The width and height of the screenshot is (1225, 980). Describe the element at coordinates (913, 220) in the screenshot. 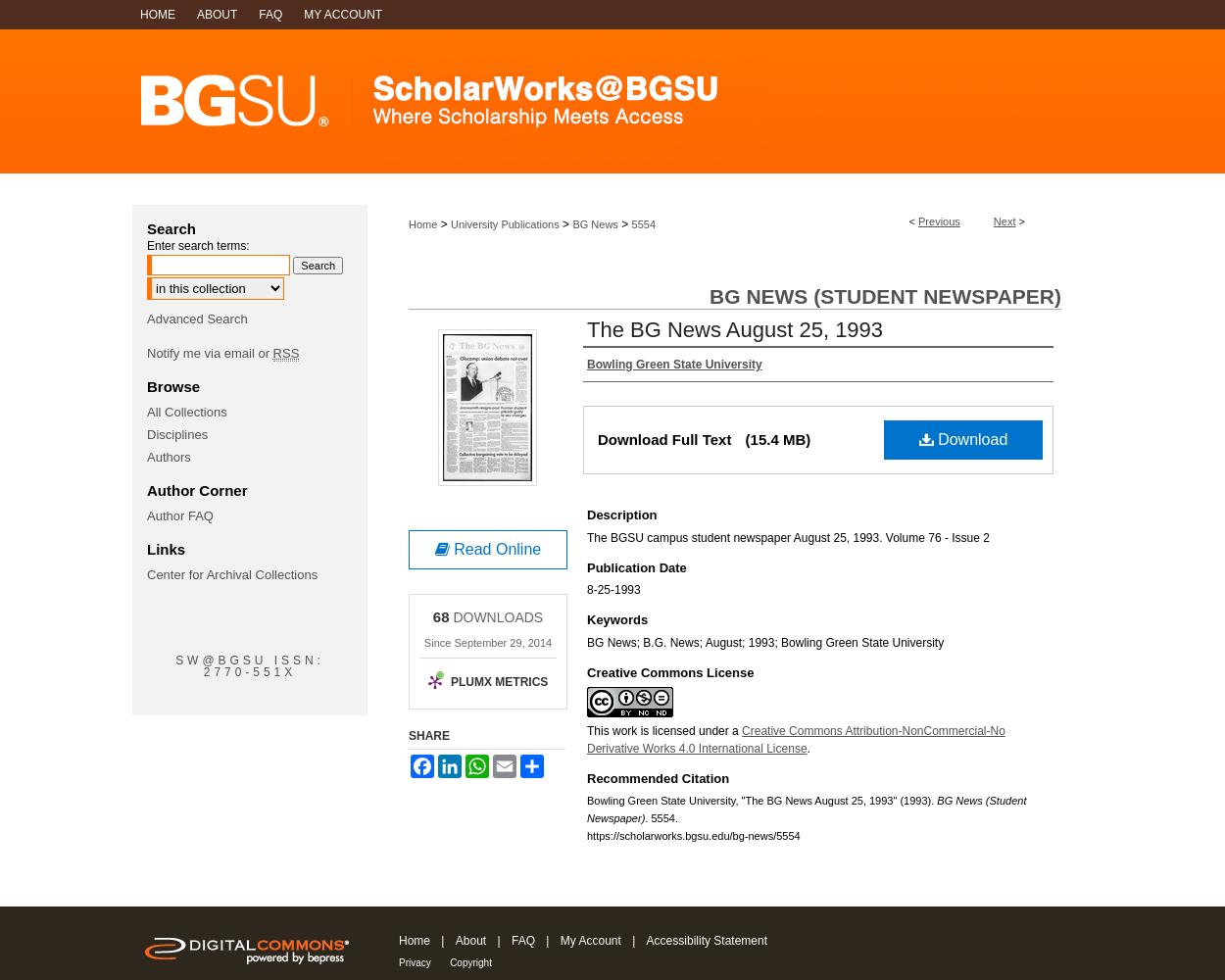

I see `'<'` at that location.